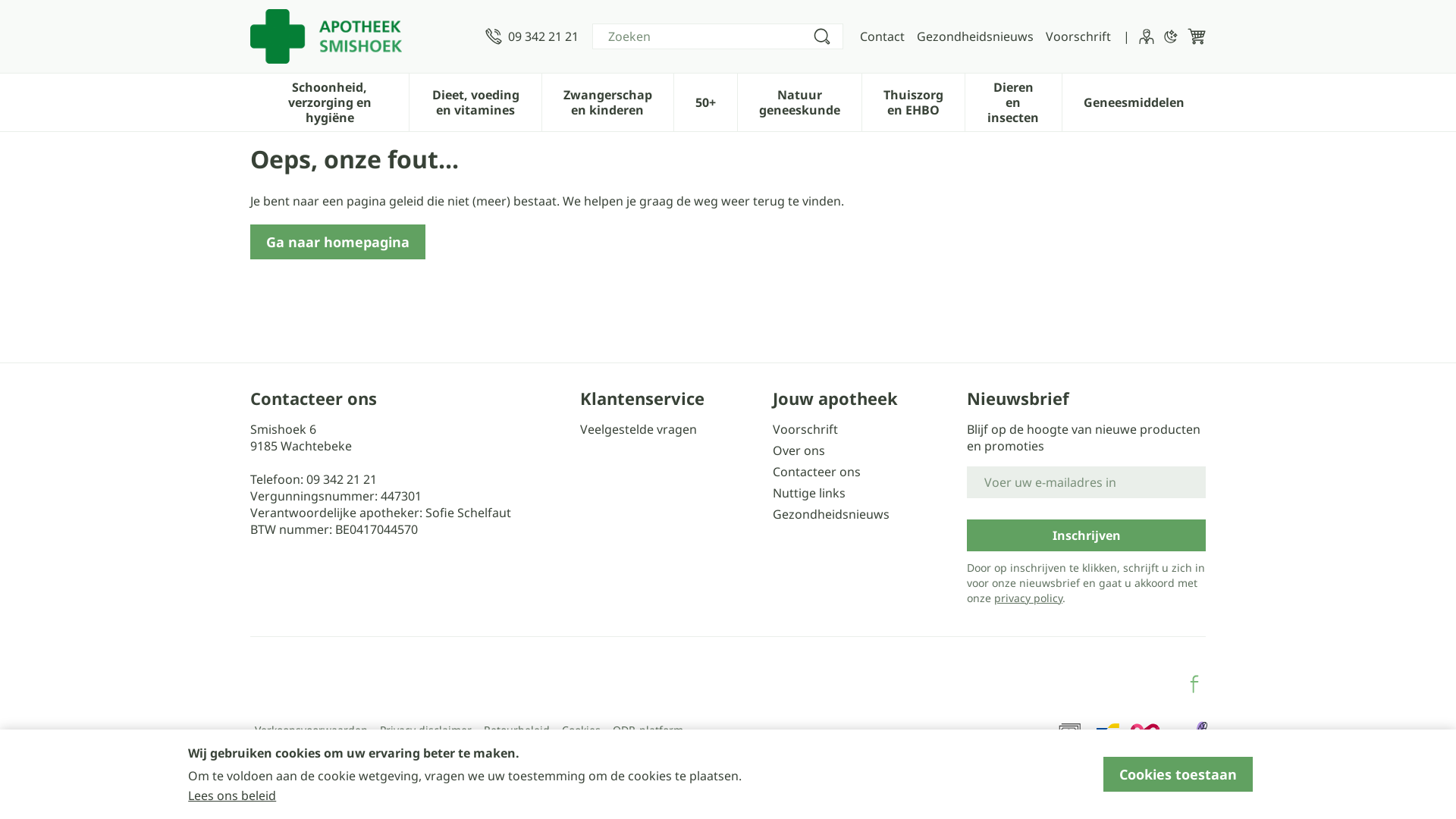  Describe the element at coordinates (325, 35) in the screenshot. I see `'Apotheek Smishoek'` at that location.